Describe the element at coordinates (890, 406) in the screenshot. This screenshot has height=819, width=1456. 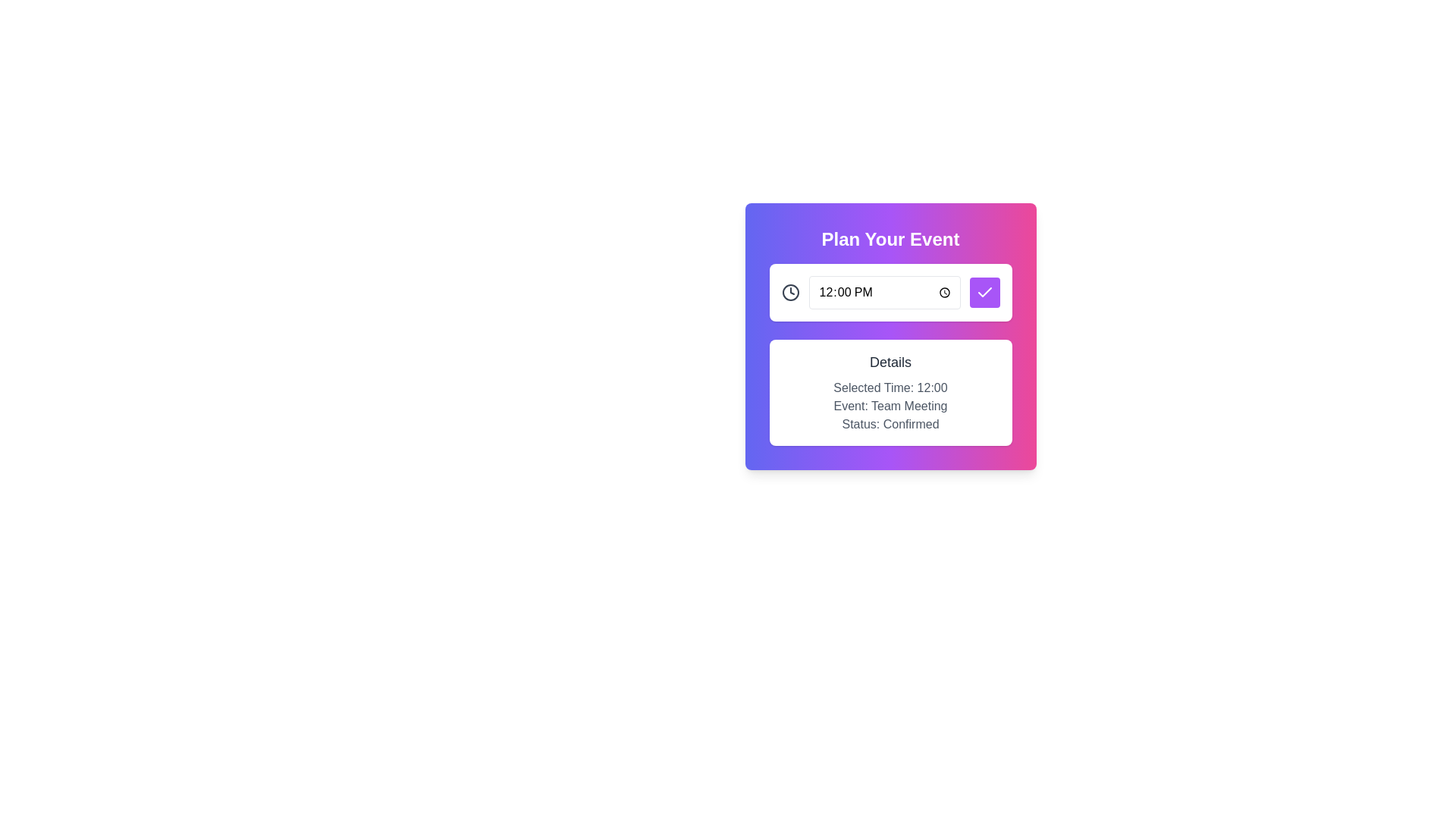
I see `the static text element displaying 'Event: Team Meeting', located in the details section of the card interface, positioned between 'Selected Time: 12:00' and 'Status: Confirmed'` at that location.